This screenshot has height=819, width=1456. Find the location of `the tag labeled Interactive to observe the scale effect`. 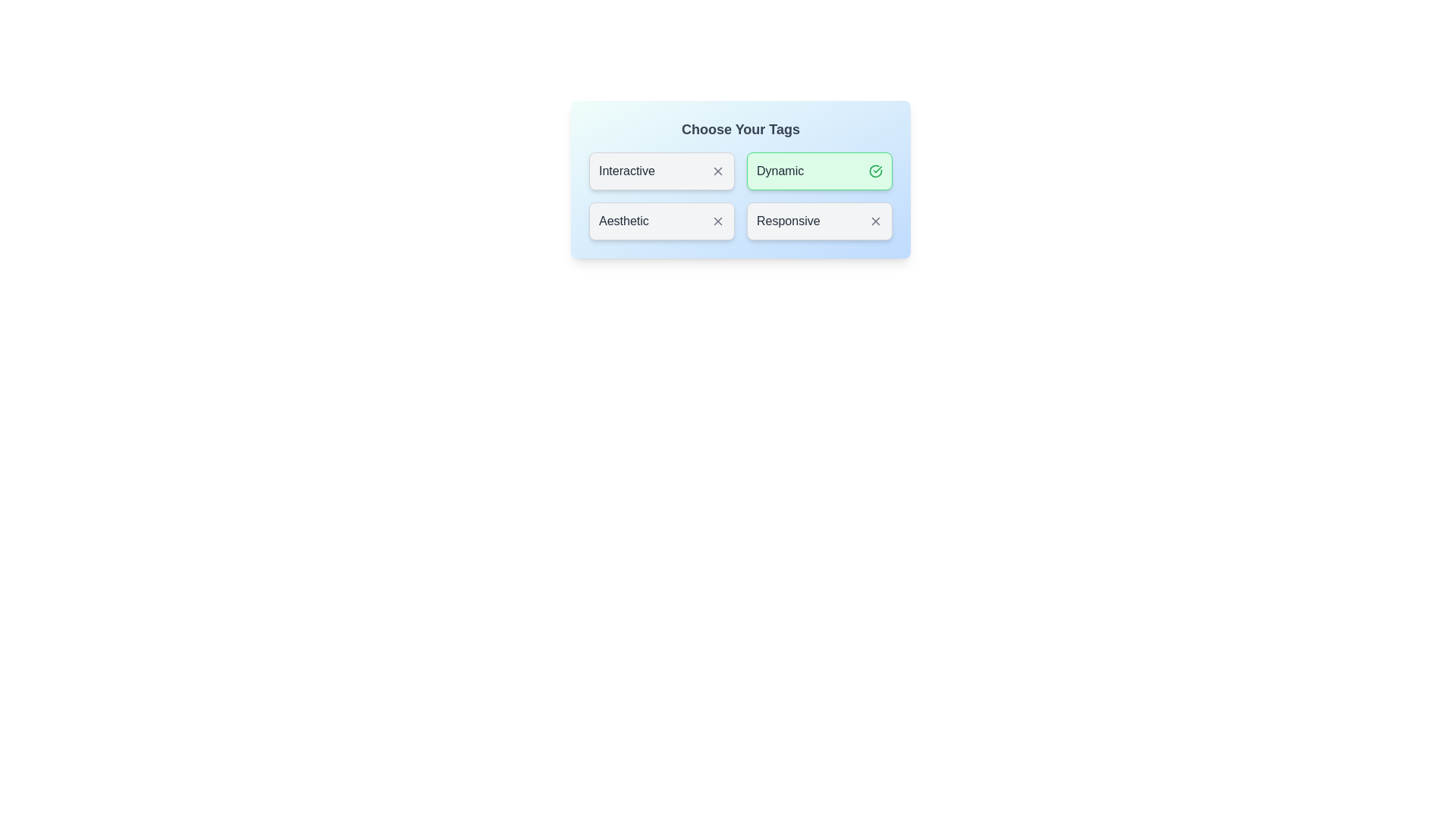

the tag labeled Interactive to observe the scale effect is located at coordinates (662, 171).